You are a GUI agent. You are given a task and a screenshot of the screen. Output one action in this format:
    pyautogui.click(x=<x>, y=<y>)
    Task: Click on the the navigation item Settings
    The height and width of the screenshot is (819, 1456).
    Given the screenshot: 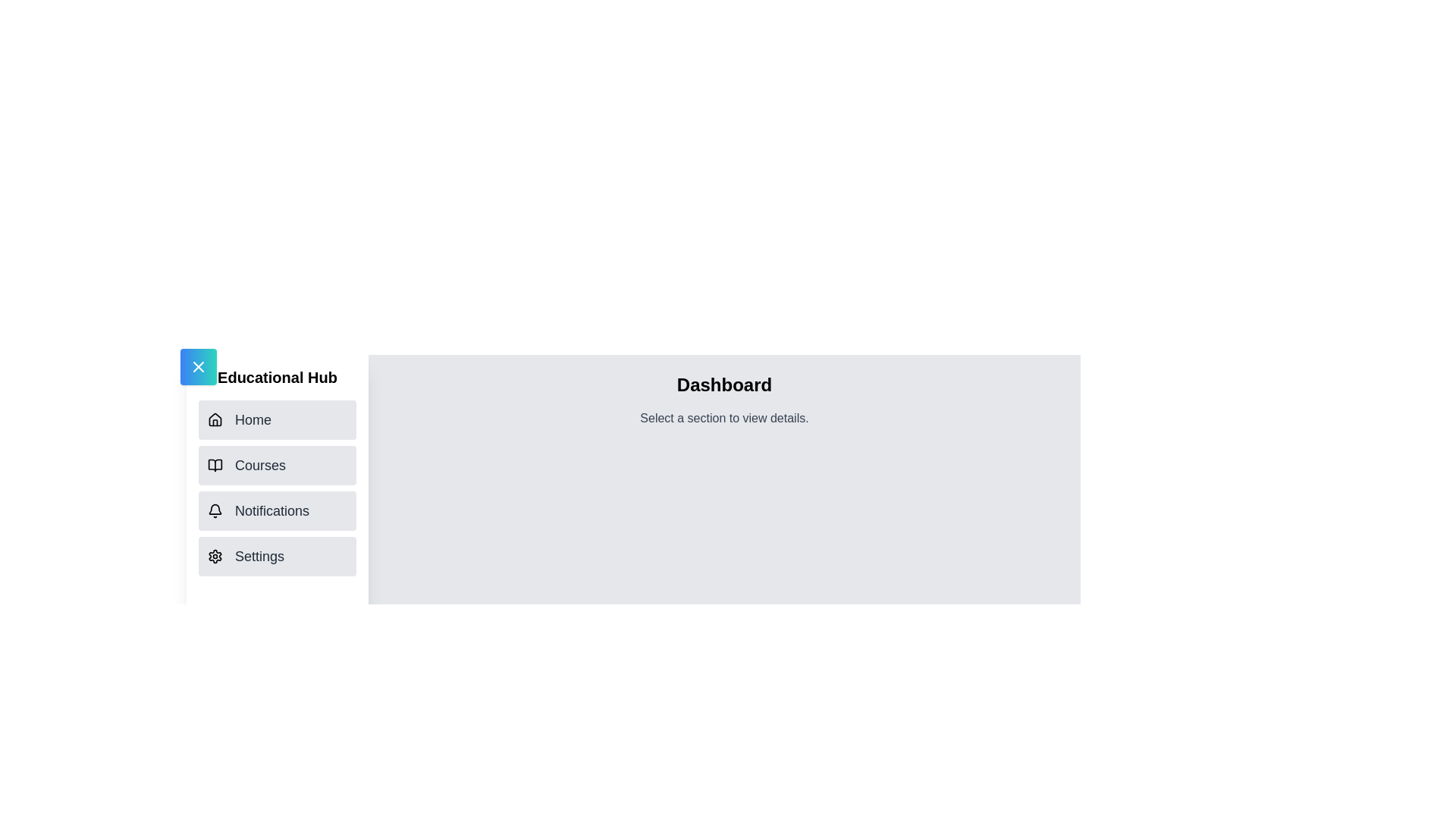 What is the action you would take?
    pyautogui.click(x=277, y=556)
    